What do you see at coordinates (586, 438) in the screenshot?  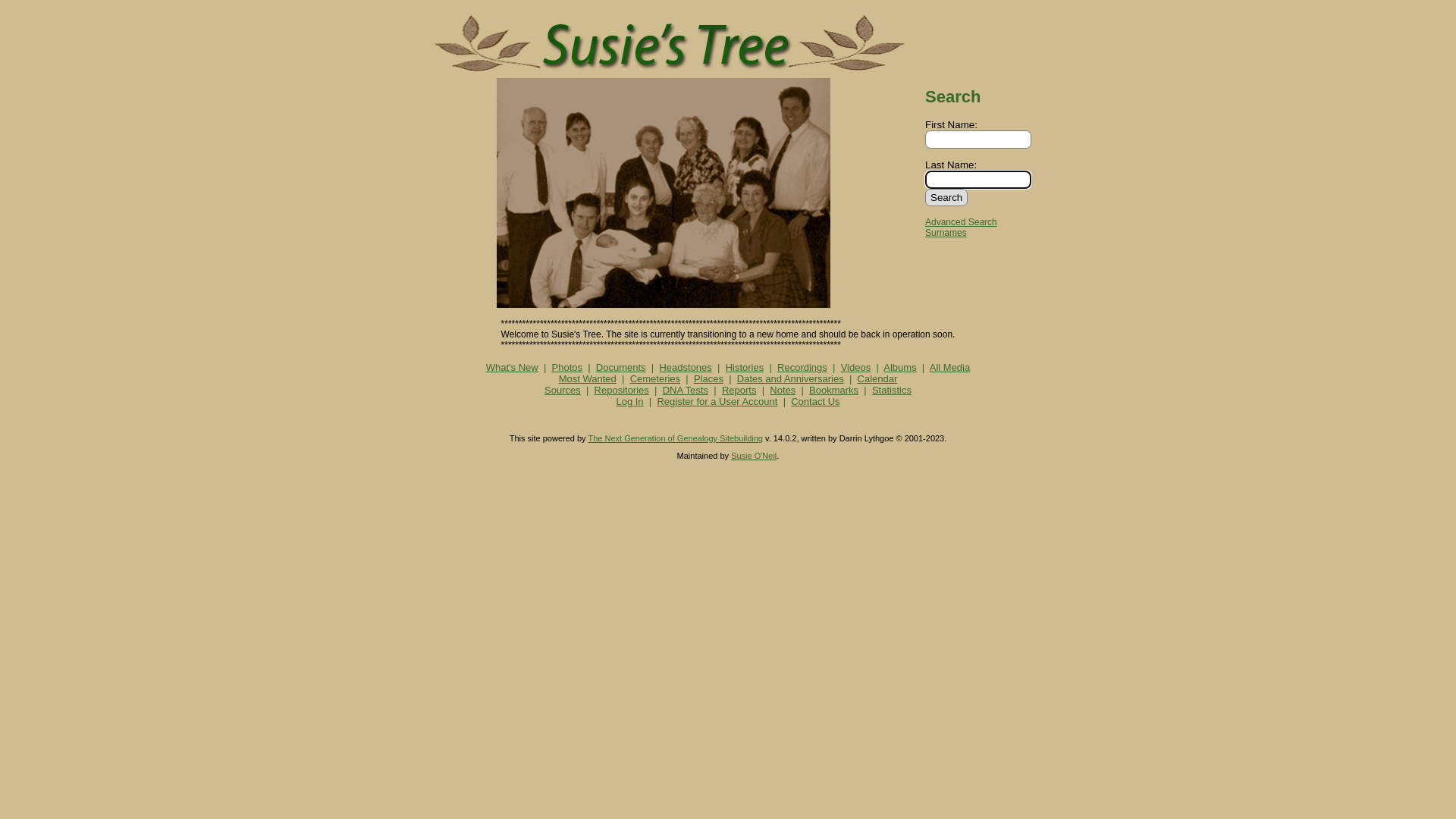 I see `'The Next Generation of Genealogy Sitebuilding'` at bounding box center [586, 438].